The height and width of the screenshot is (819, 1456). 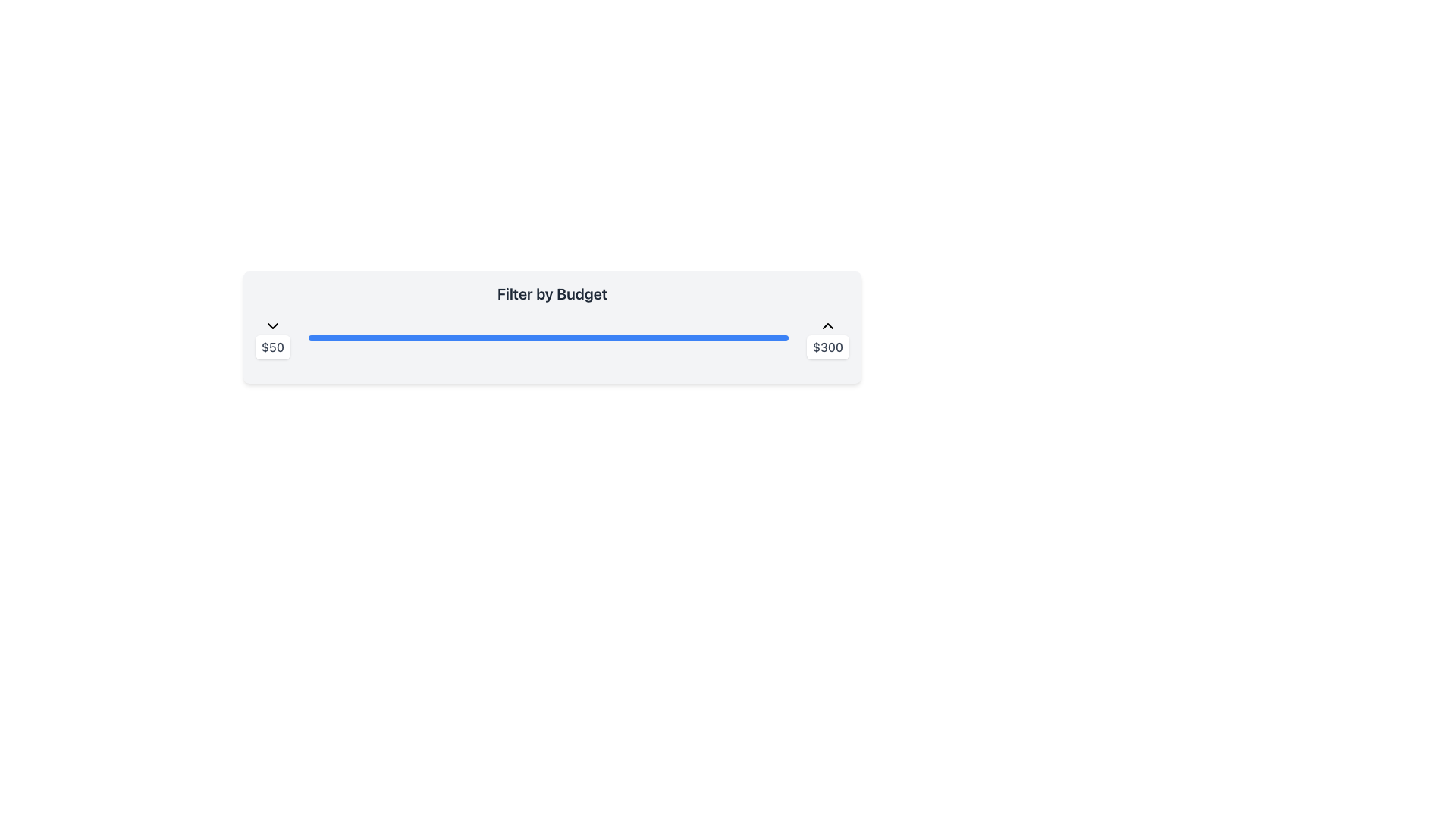 I want to click on the budget filter, so click(x=588, y=337).